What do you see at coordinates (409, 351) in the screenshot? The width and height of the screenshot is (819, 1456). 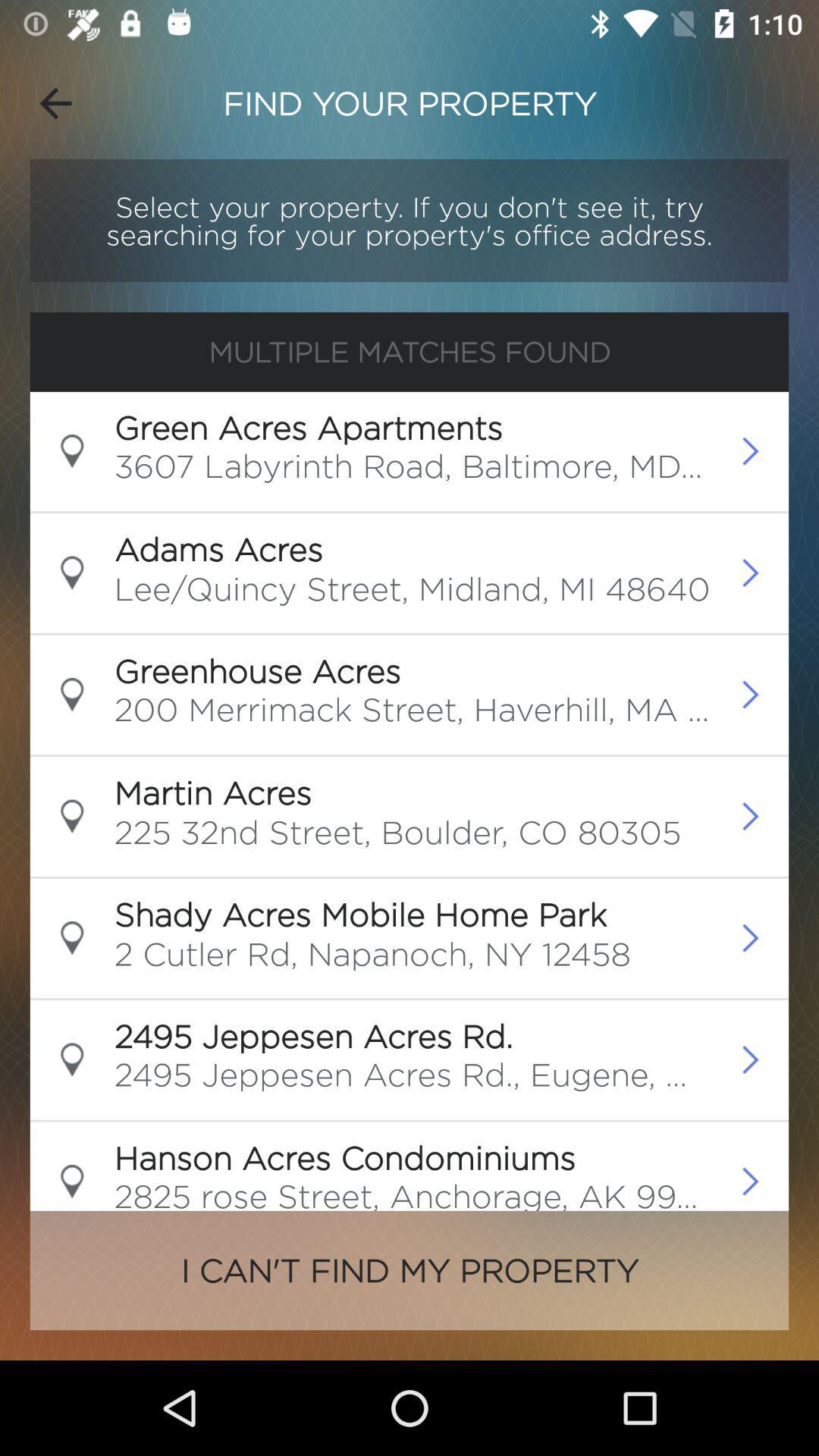 I see `the item below select your property app` at bounding box center [409, 351].